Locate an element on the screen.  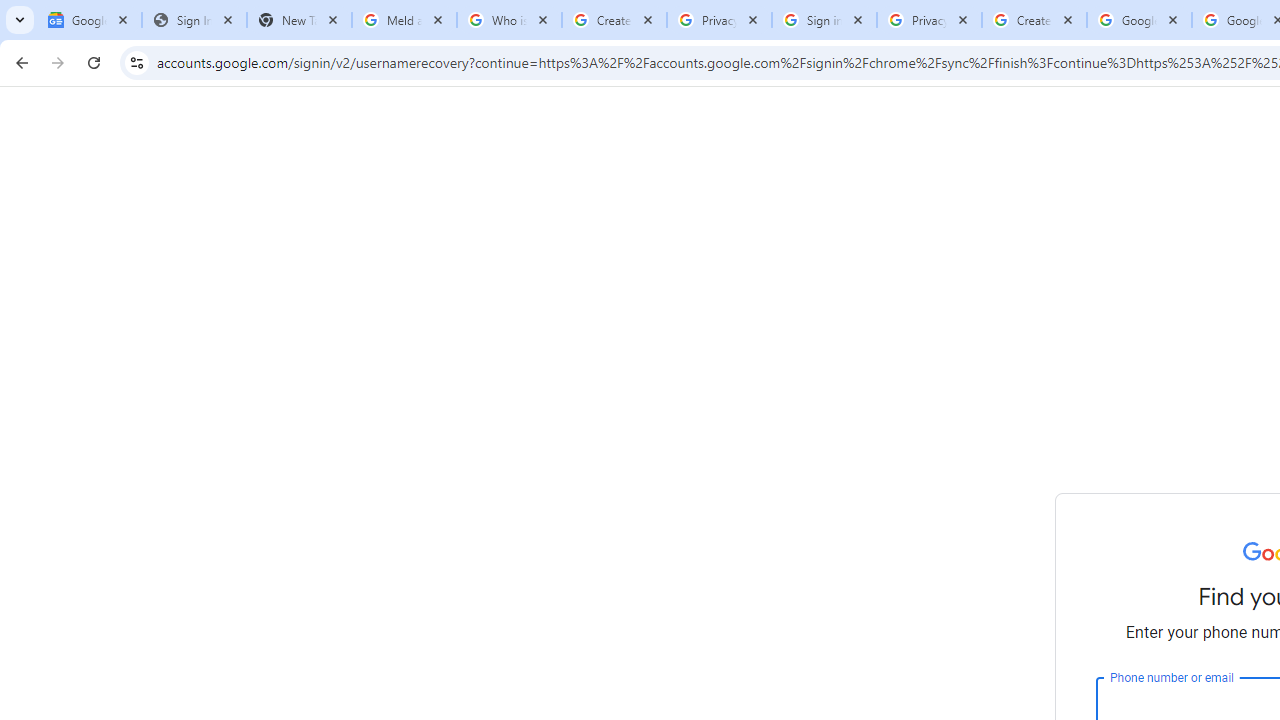
'Who is my administrator? - Google Account Help' is located at coordinates (509, 20).